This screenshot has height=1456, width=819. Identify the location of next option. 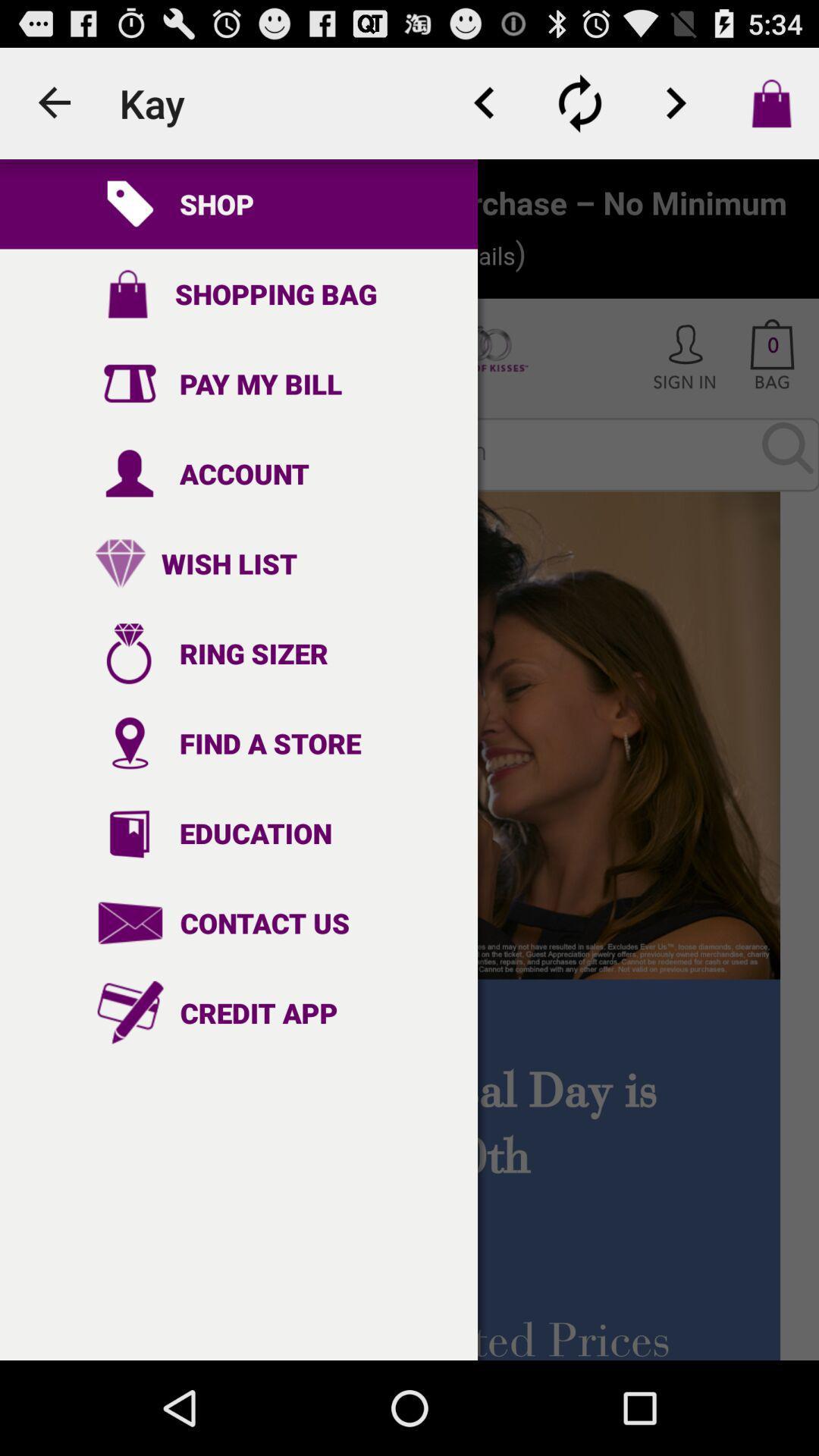
(675, 102).